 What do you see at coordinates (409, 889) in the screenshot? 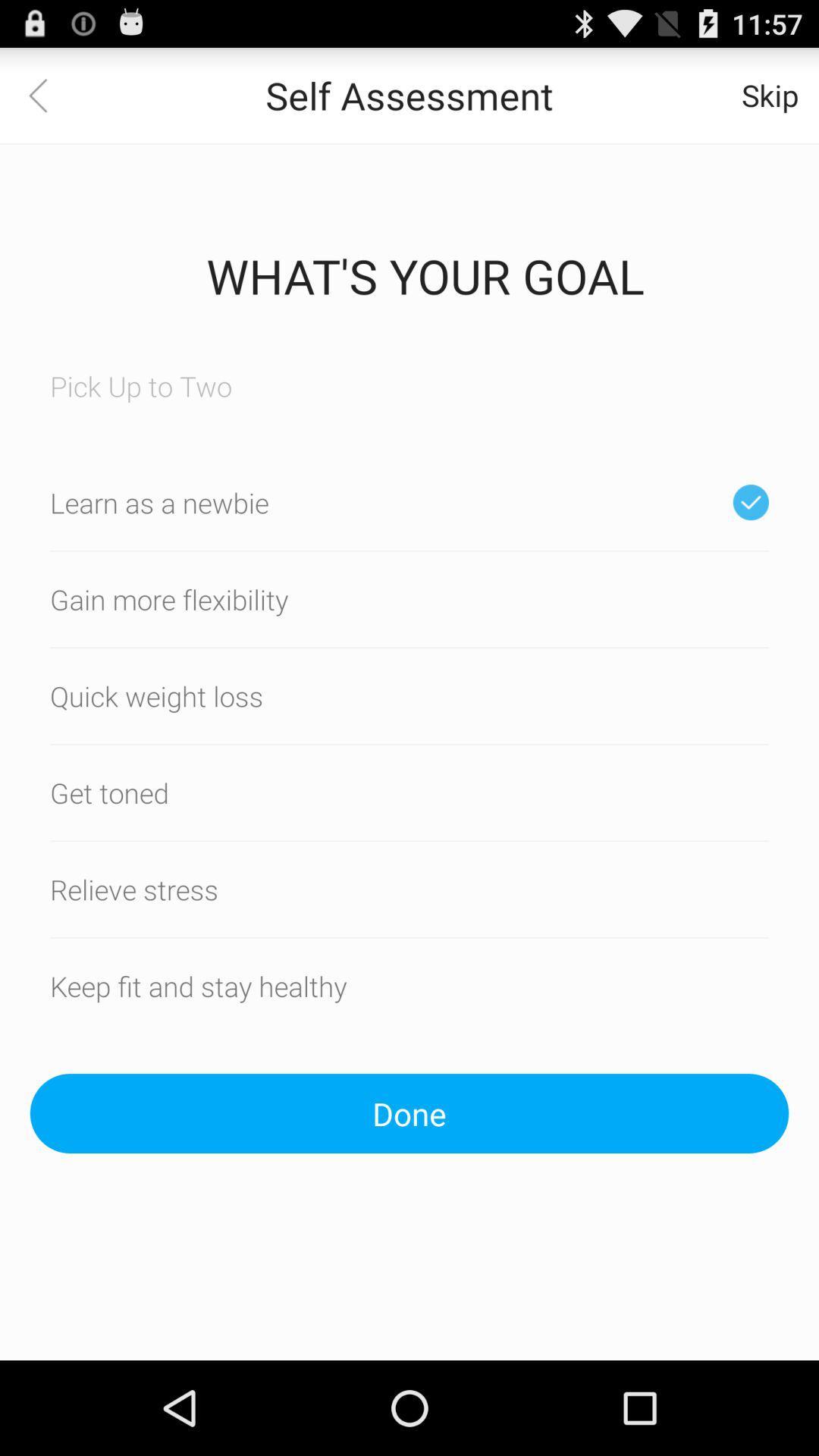
I see `relieve stress` at bounding box center [409, 889].